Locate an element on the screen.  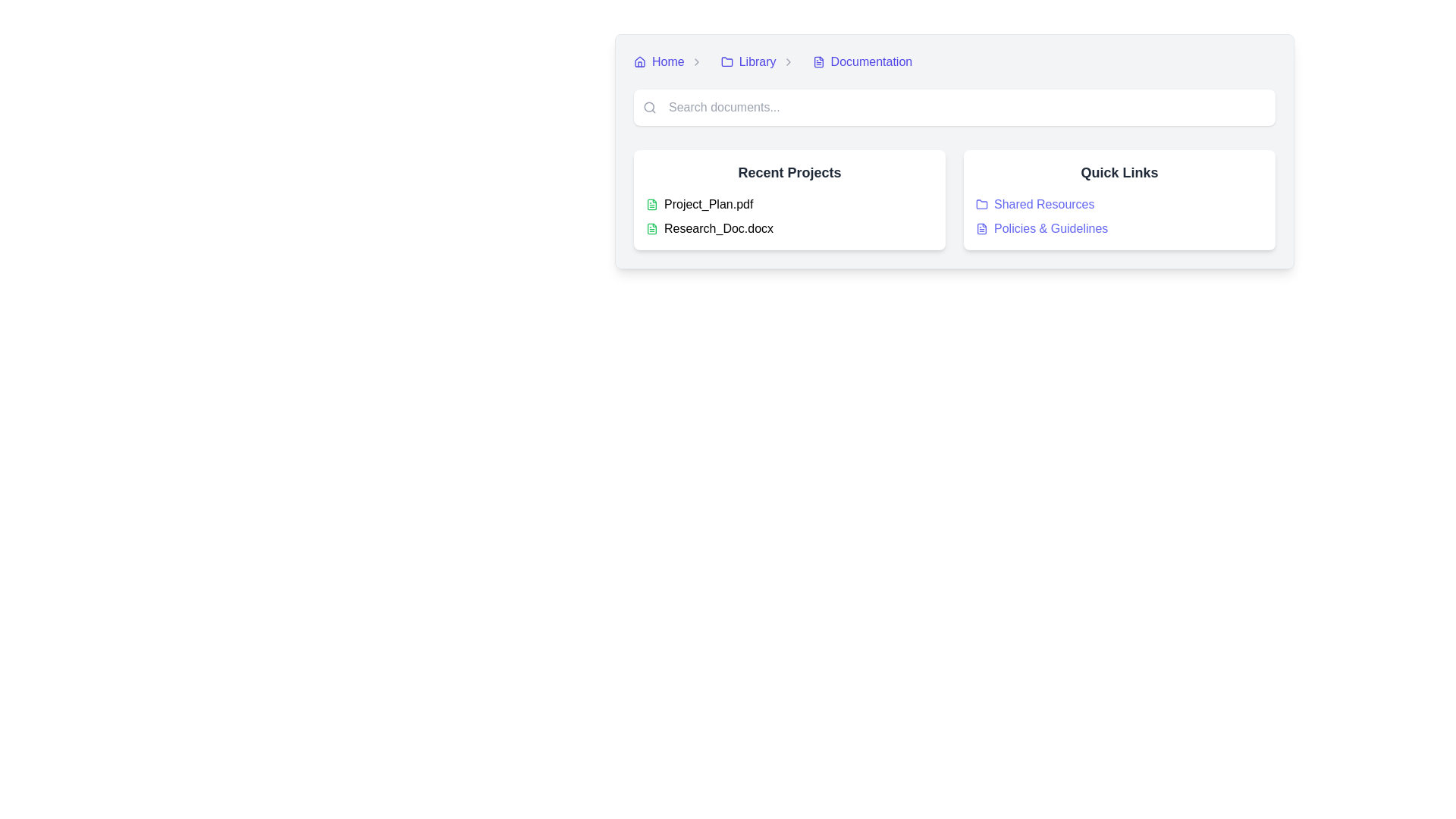
the document icon associated with the 'Policies & Guidelines' link in the 'Quick Links' section by moving the cursor to its center is located at coordinates (982, 228).